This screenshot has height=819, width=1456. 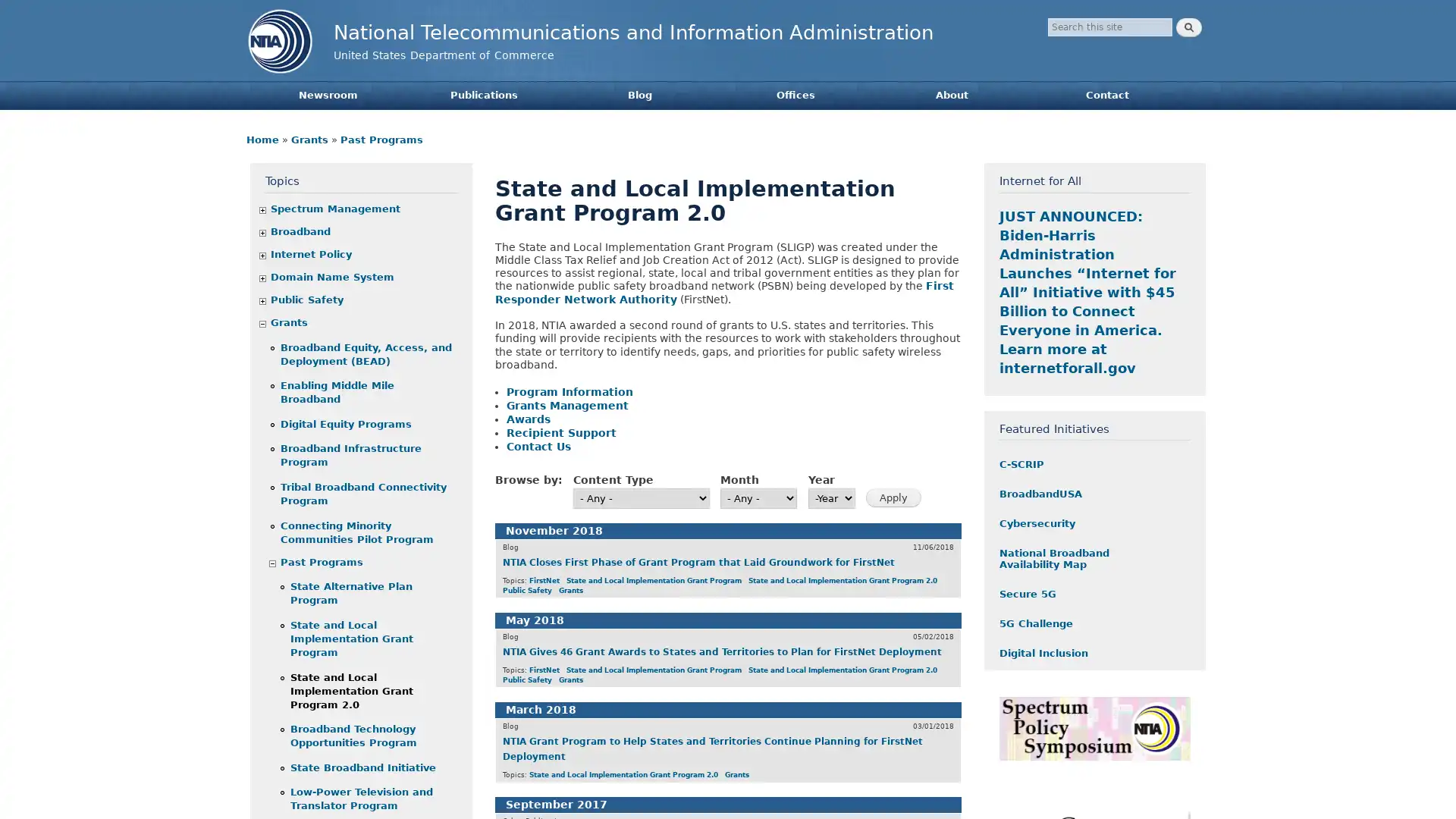 I want to click on Apply, so click(x=893, y=497).